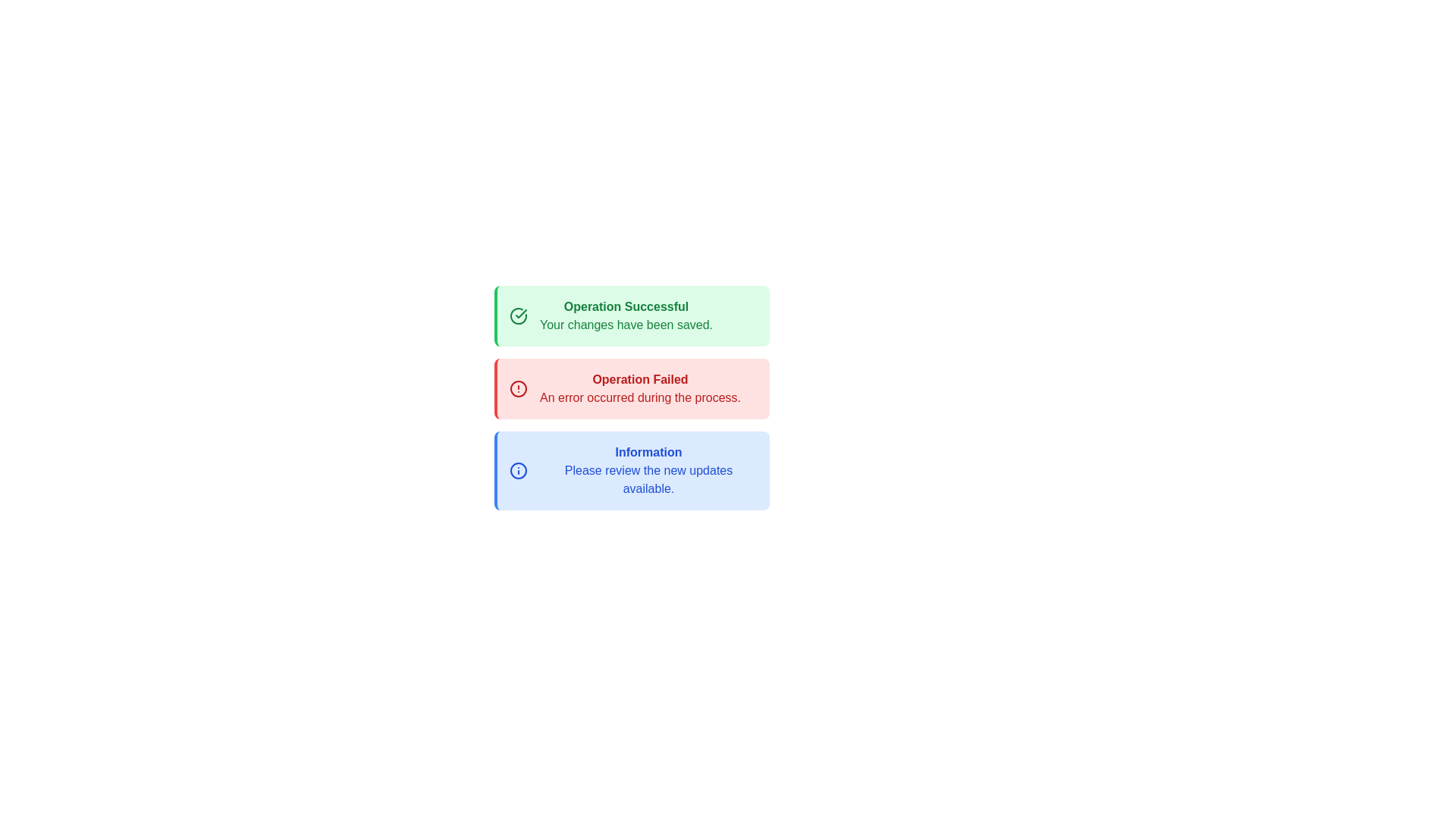 The width and height of the screenshot is (1456, 819). What do you see at coordinates (640, 379) in the screenshot?
I see `the error notification title text label that displays 'An error occurred during the process', located within the red notification box, positioned between a green 'Operation Successful' box above and a blue 'Information' box below` at bounding box center [640, 379].